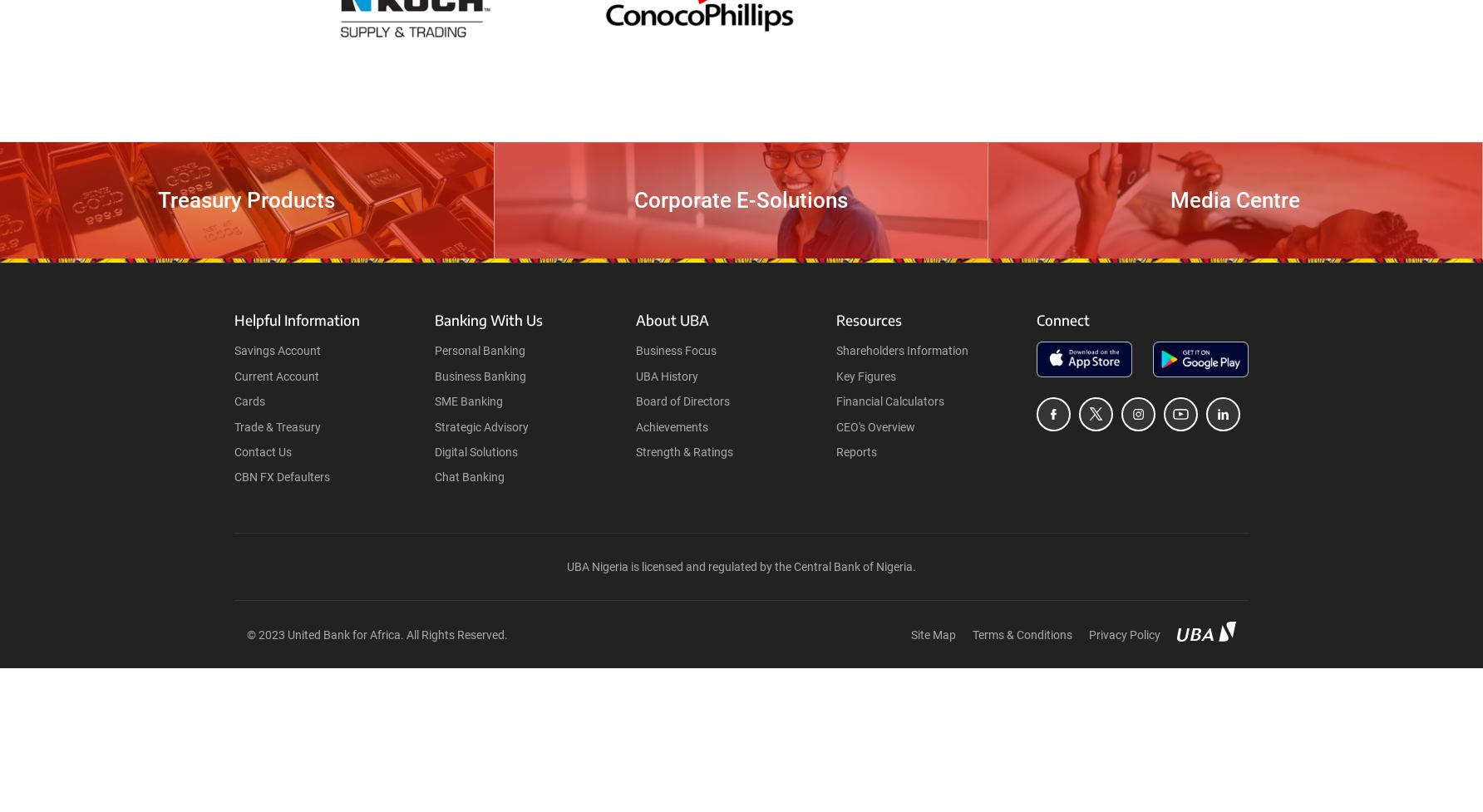  What do you see at coordinates (488, 320) in the screenshot?
I see `'Banking With Us'` at bounding box center [488, 320].